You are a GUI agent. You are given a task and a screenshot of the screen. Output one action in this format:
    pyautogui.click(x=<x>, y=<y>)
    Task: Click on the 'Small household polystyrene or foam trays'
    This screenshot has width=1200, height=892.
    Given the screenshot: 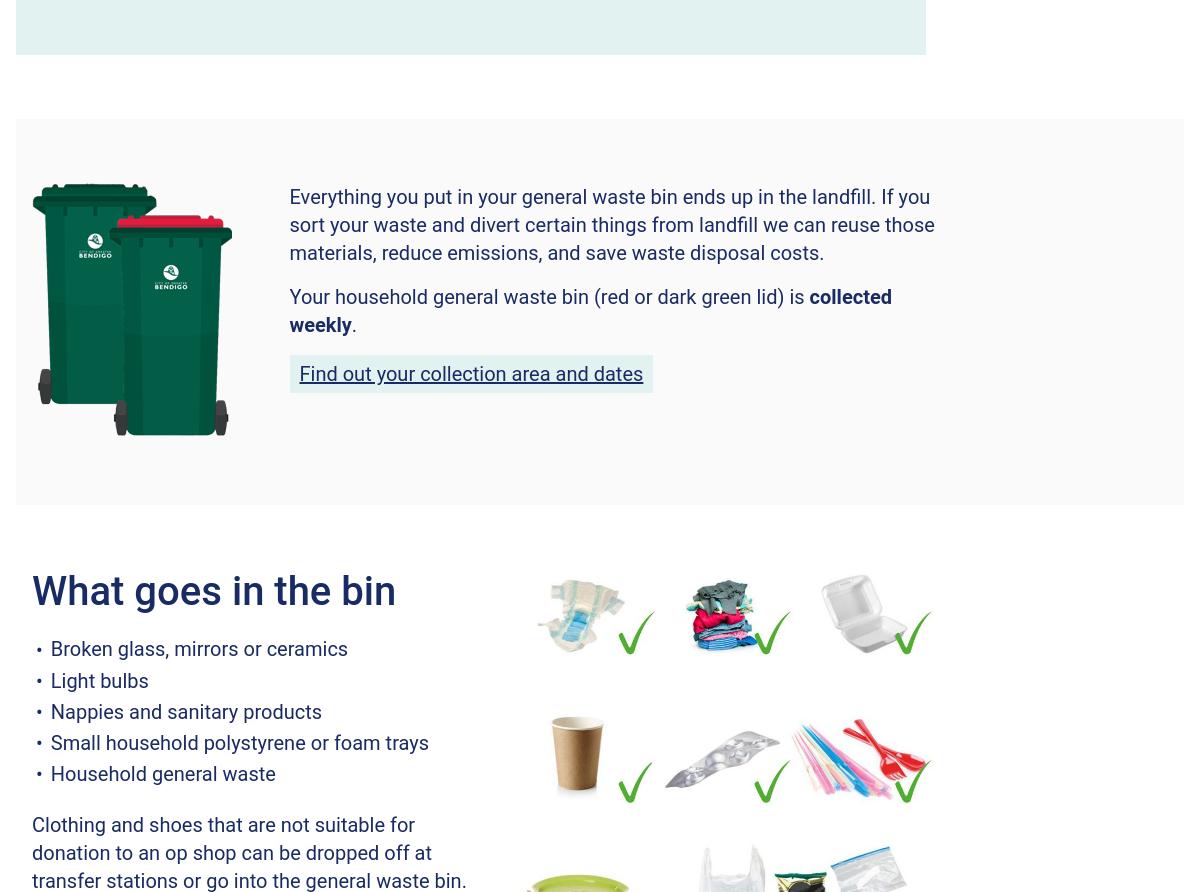 What is the action you would take?
    pyautogui.click(x=50, y=741)
    